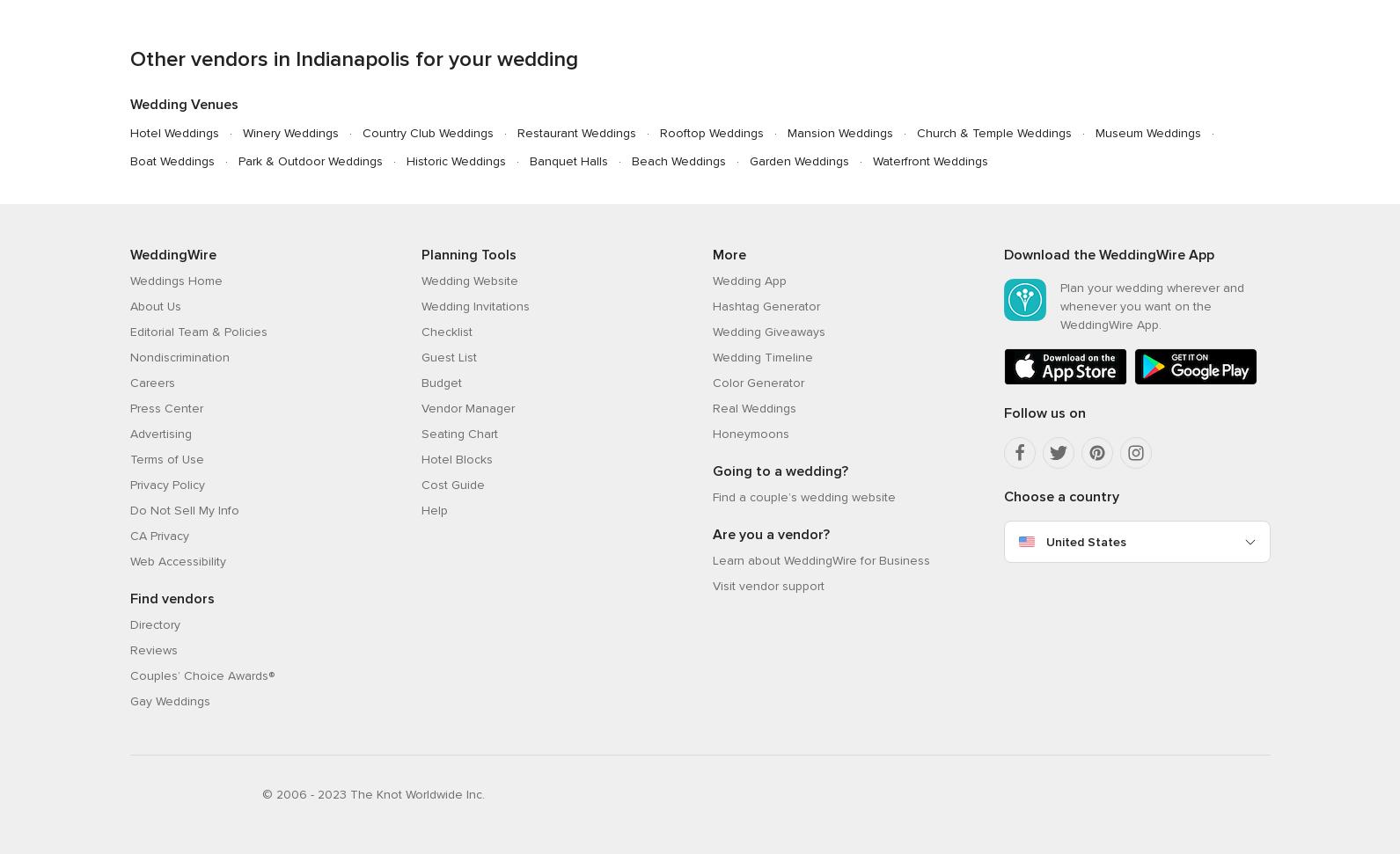 This screenshot has width=1400, height=854. I want to click on 'Directory', so click(153, 623).